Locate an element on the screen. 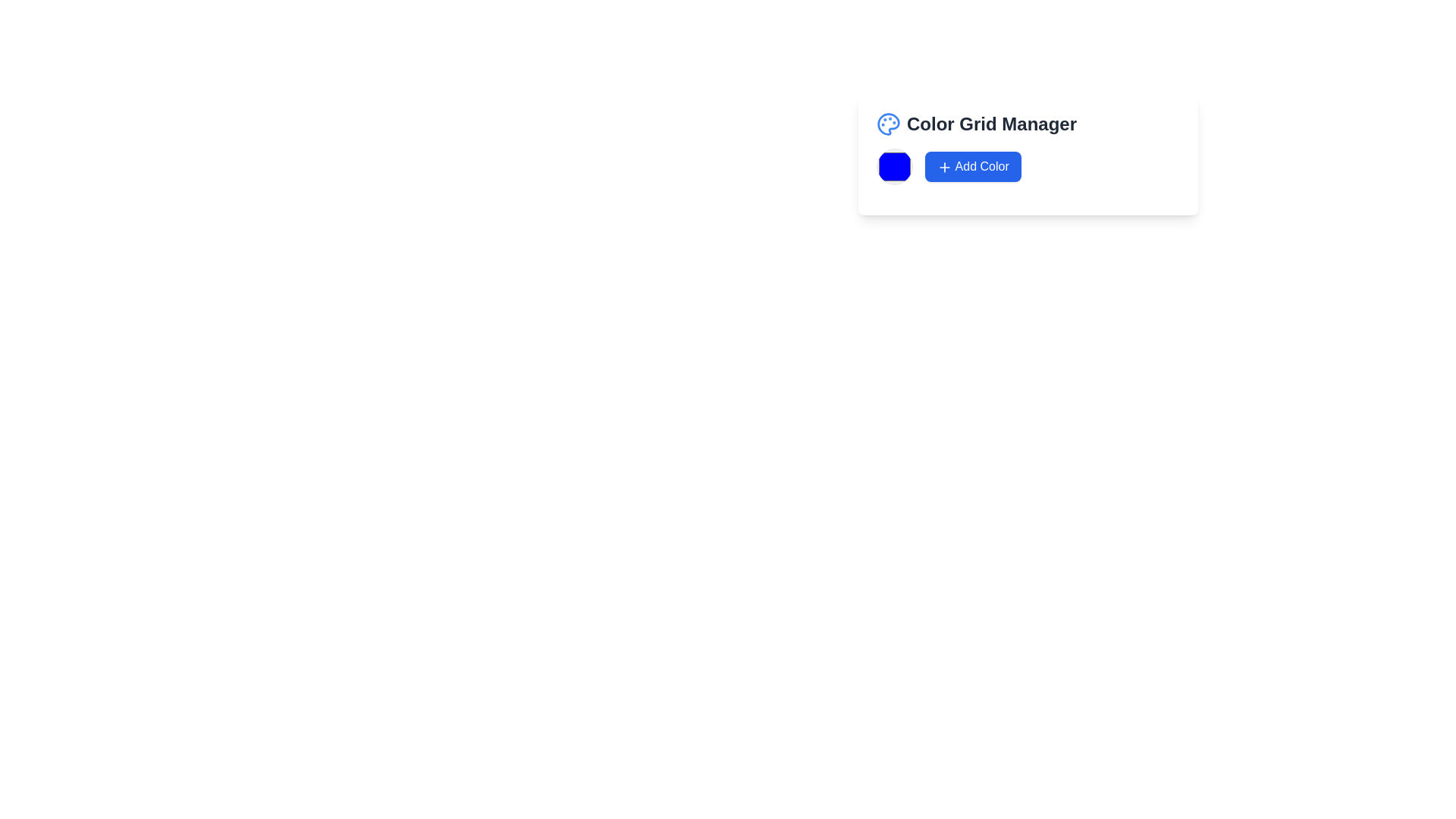 This screenshot has height=819, width=1456. the '+' icon located centrally within the blue rectangular button labeled 'Add Color' to initiate the addition action is located at coordinates (944, 167).